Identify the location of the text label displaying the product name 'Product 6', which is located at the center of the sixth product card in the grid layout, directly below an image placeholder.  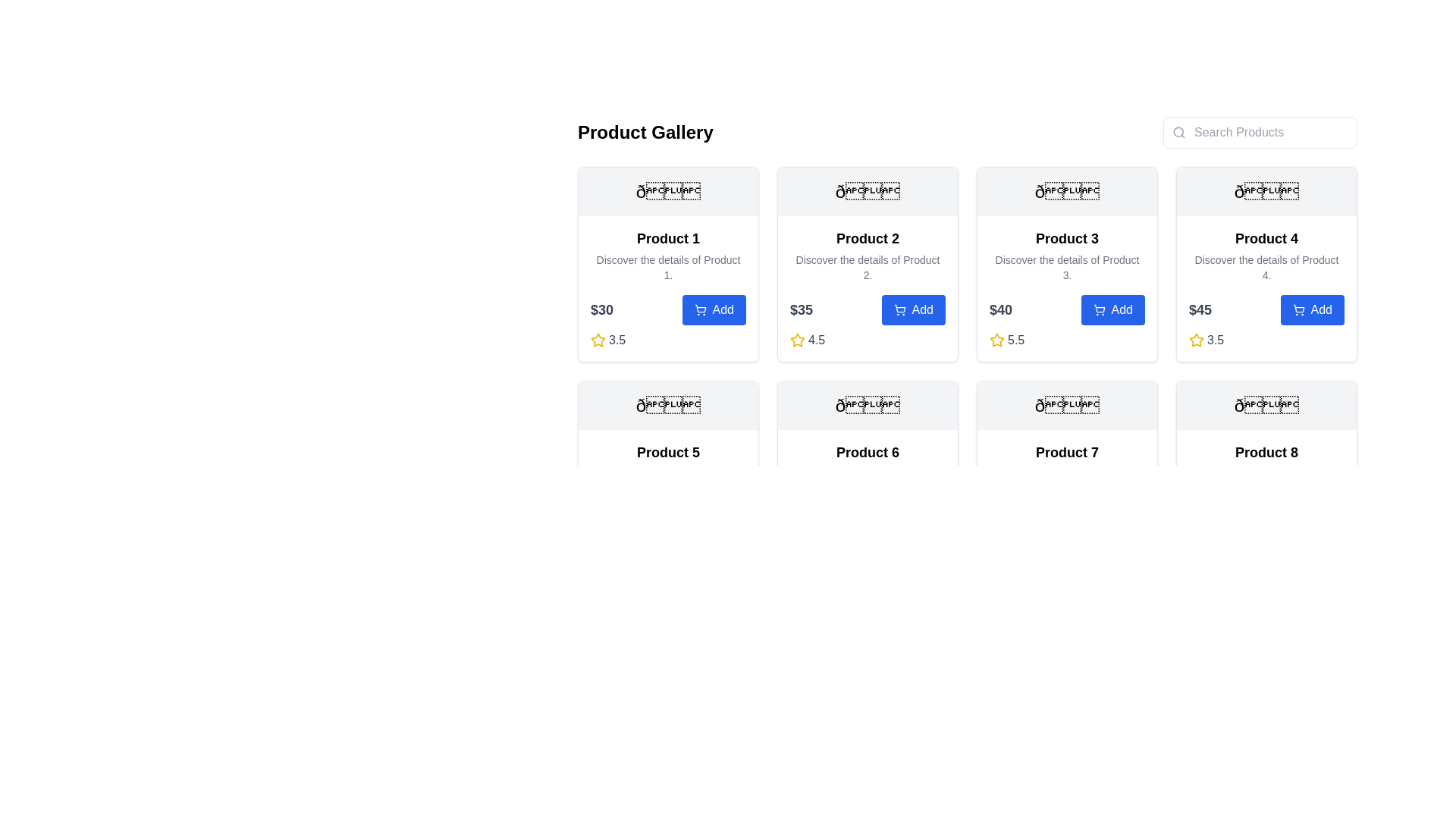
(868, 452).